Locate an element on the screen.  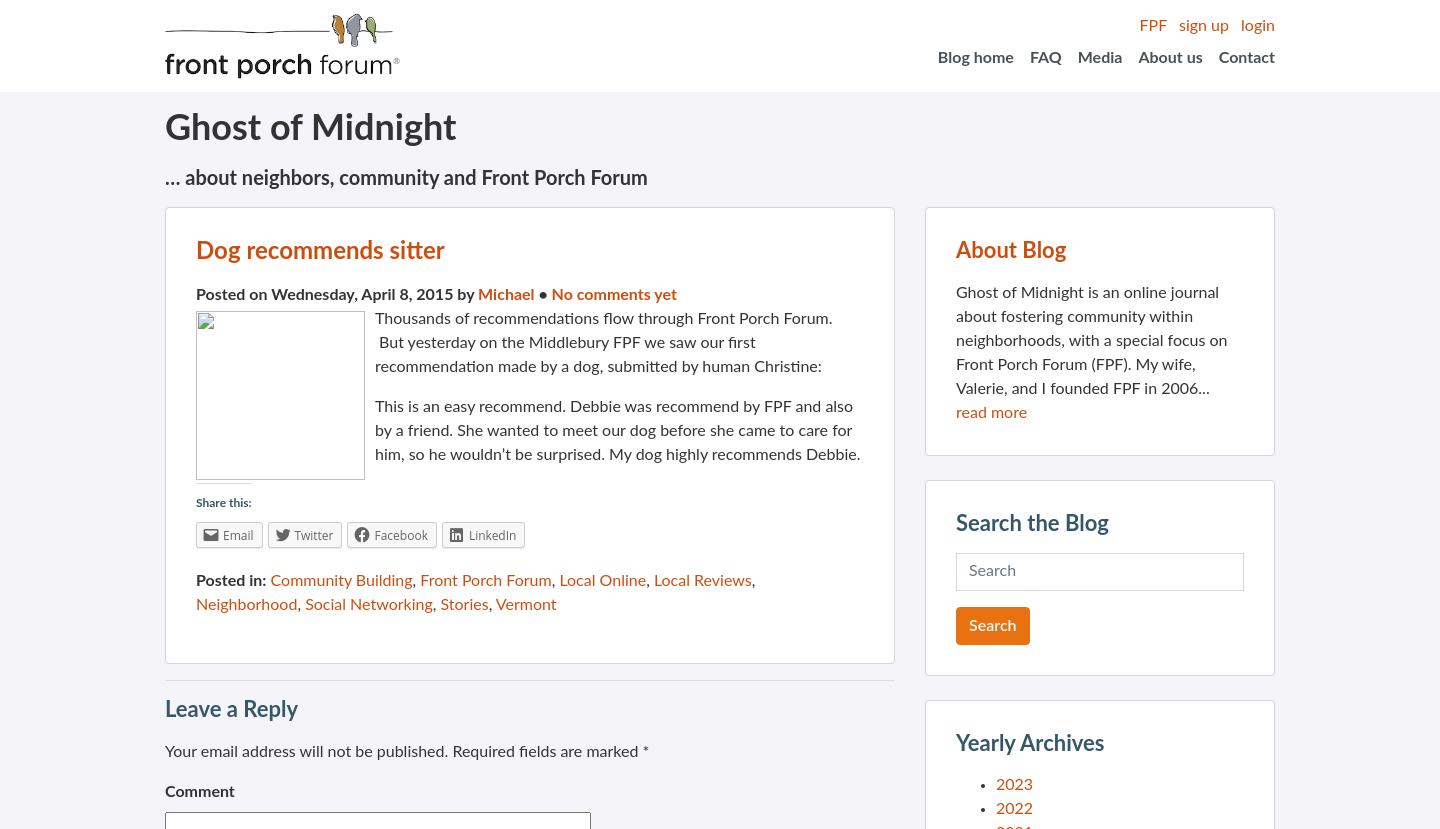
'Comment' is located at coordinates (199, 791).